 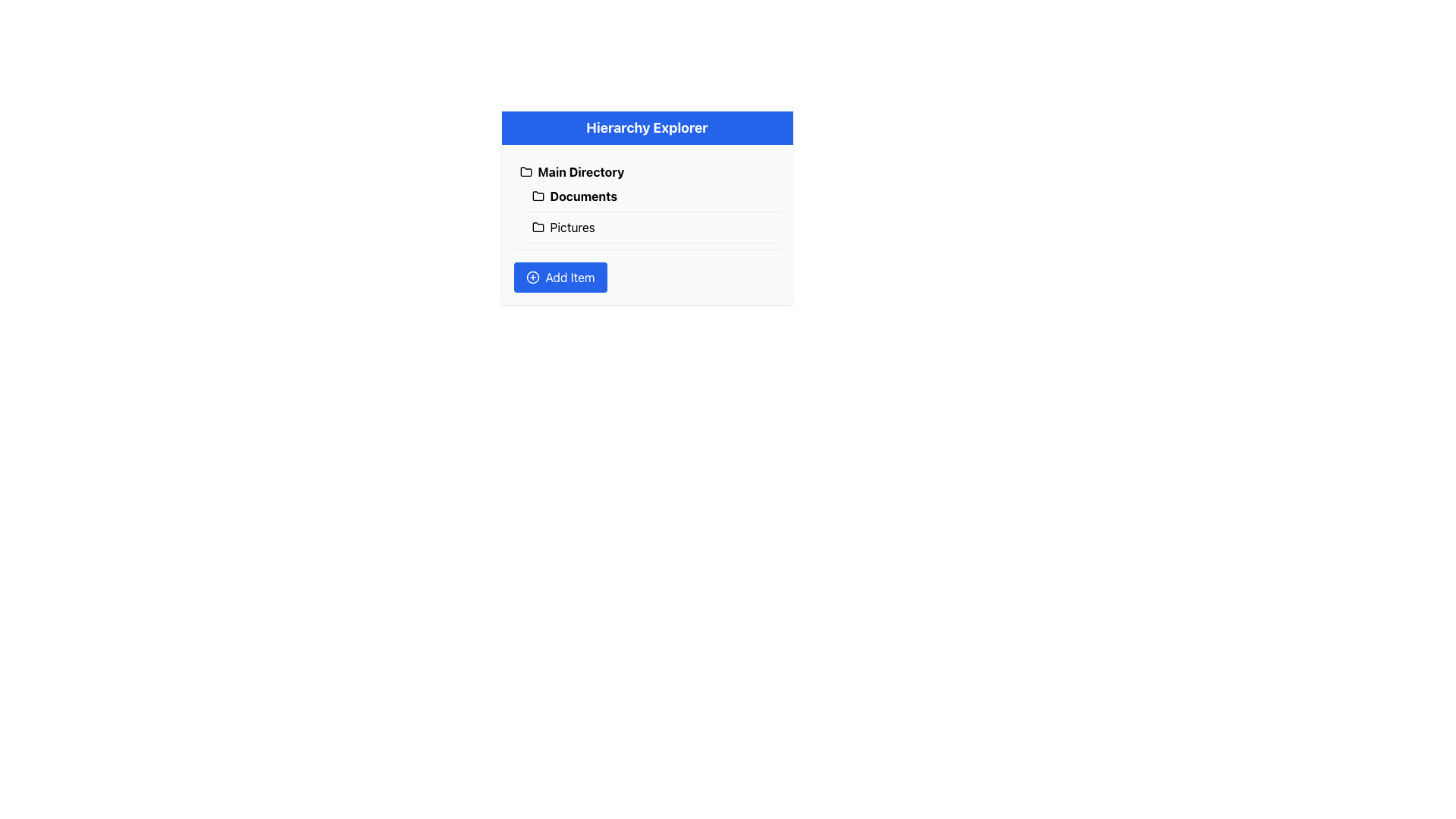 I want to click on the graphical representation of the folder icon located to the left of the 'Main Directory' text in the hierarchy explorer, so click(x=526, y=171).